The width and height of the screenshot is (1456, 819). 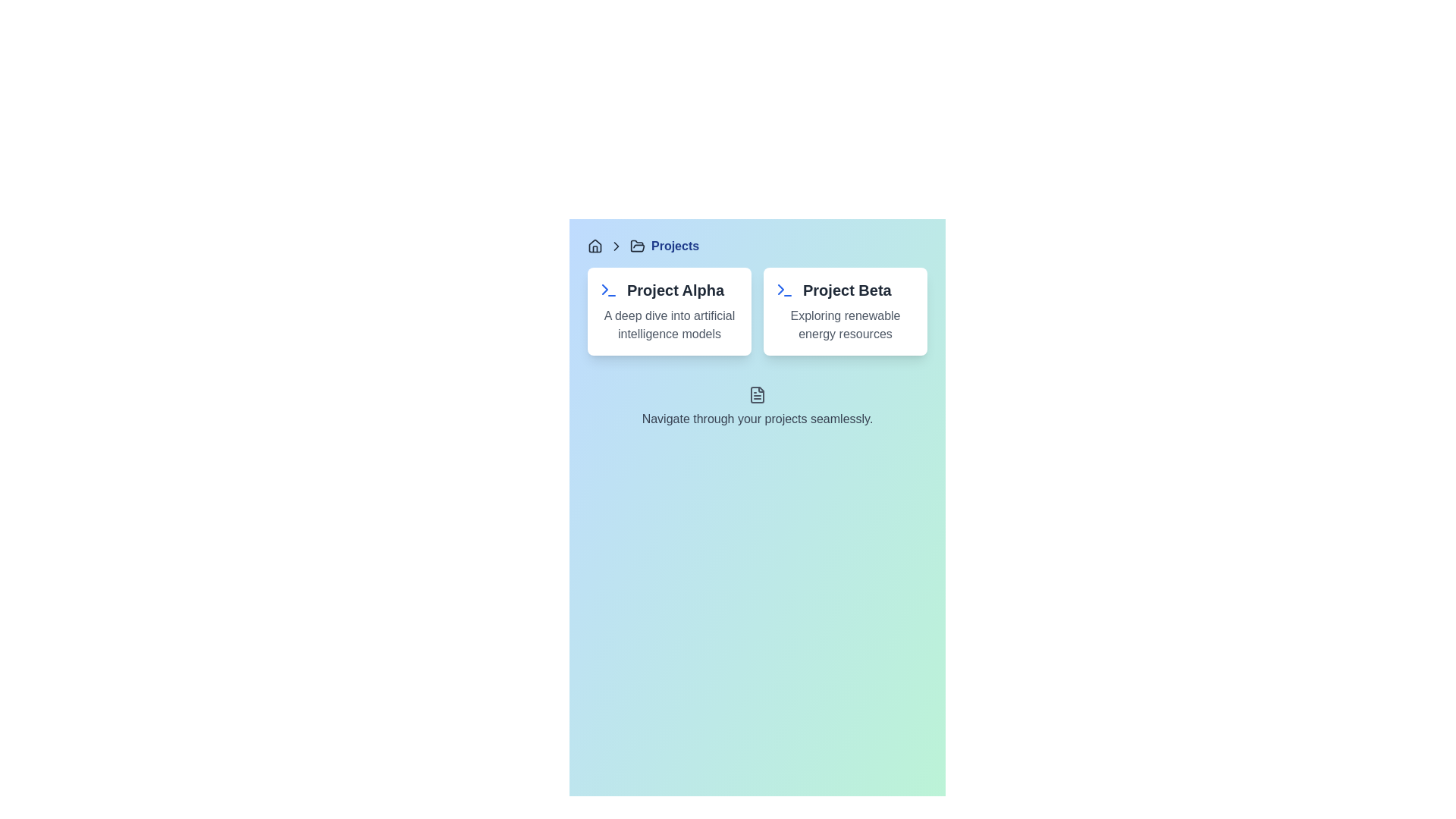 What do you see at coordinates (616, 245) in the screenshot?
I see `the design of the second icon in the breadcrumb navigation bar, which serves as a separator between the house icon and the folder icon` at bounding box center [616, 245].